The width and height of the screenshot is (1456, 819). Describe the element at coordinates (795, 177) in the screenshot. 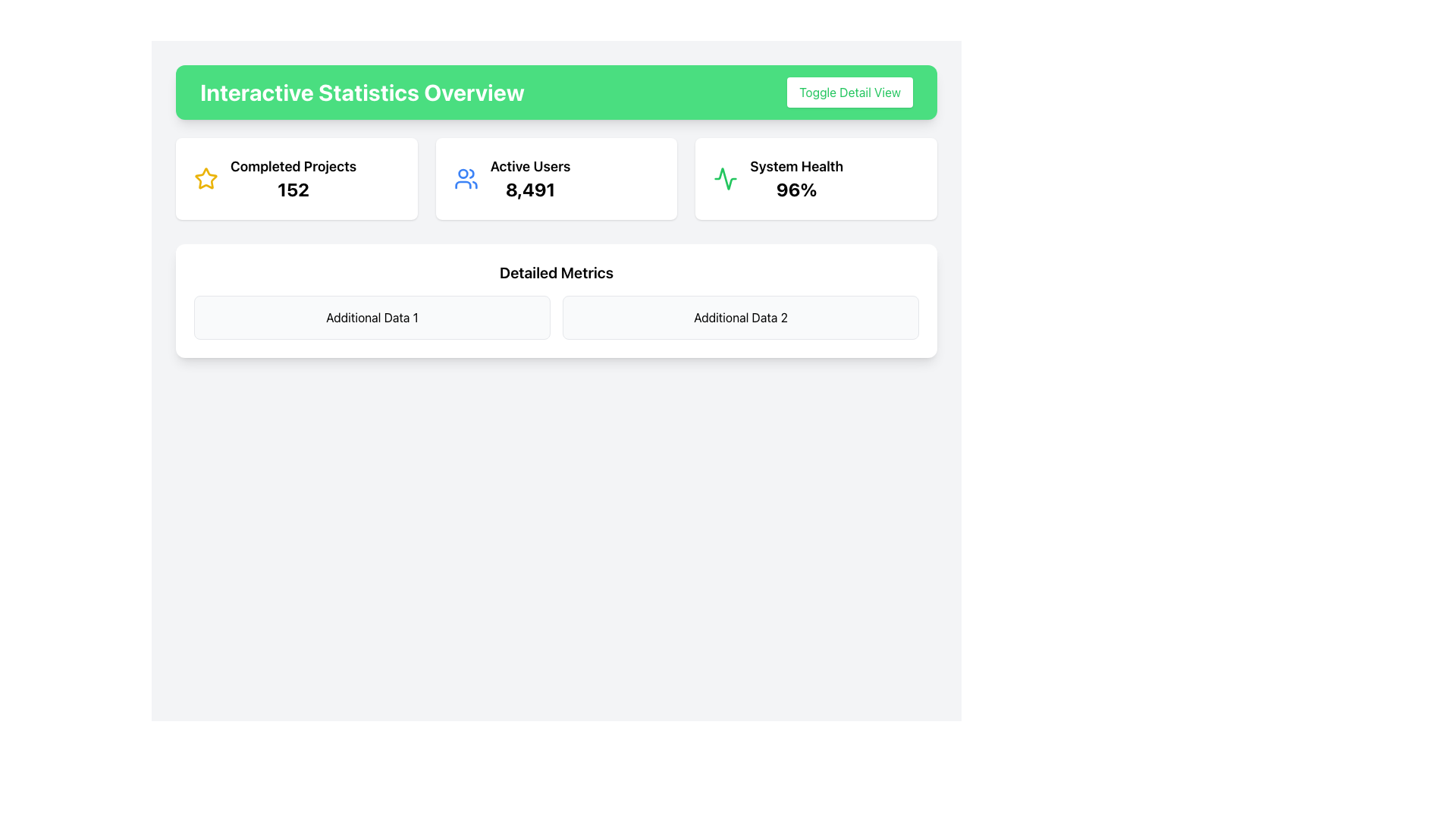

I see `attributes of the 'System Health' text display located in the top-right portion of the overview section, which shows 'System Health' in a larger, bold font and '96%' in an even larger, bolder font beneath it` at that location.